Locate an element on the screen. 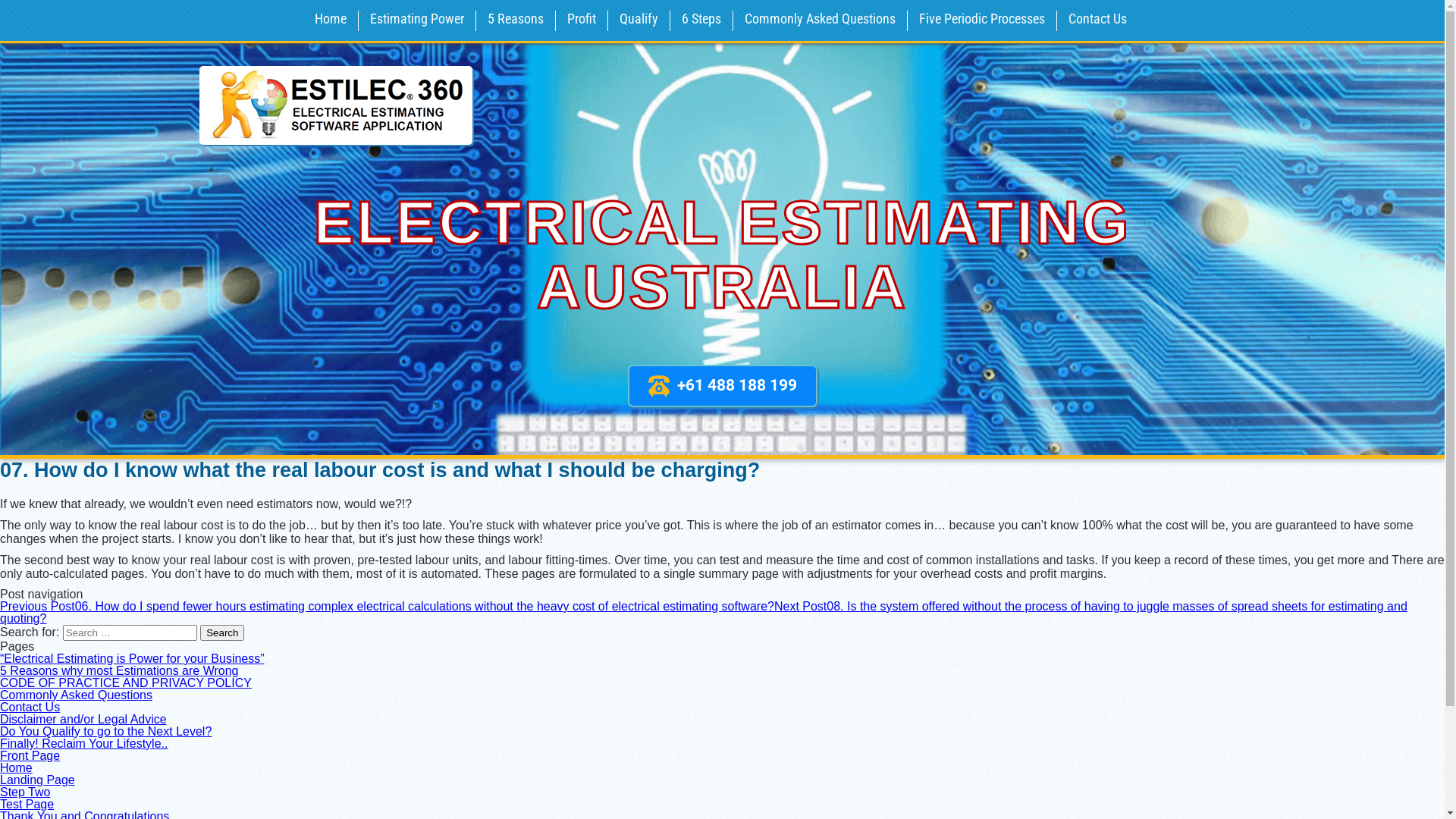 The width and height of the screenshot is (1456, 819). 'Commonly Asked Questions' is located at coordinates (818, 20).